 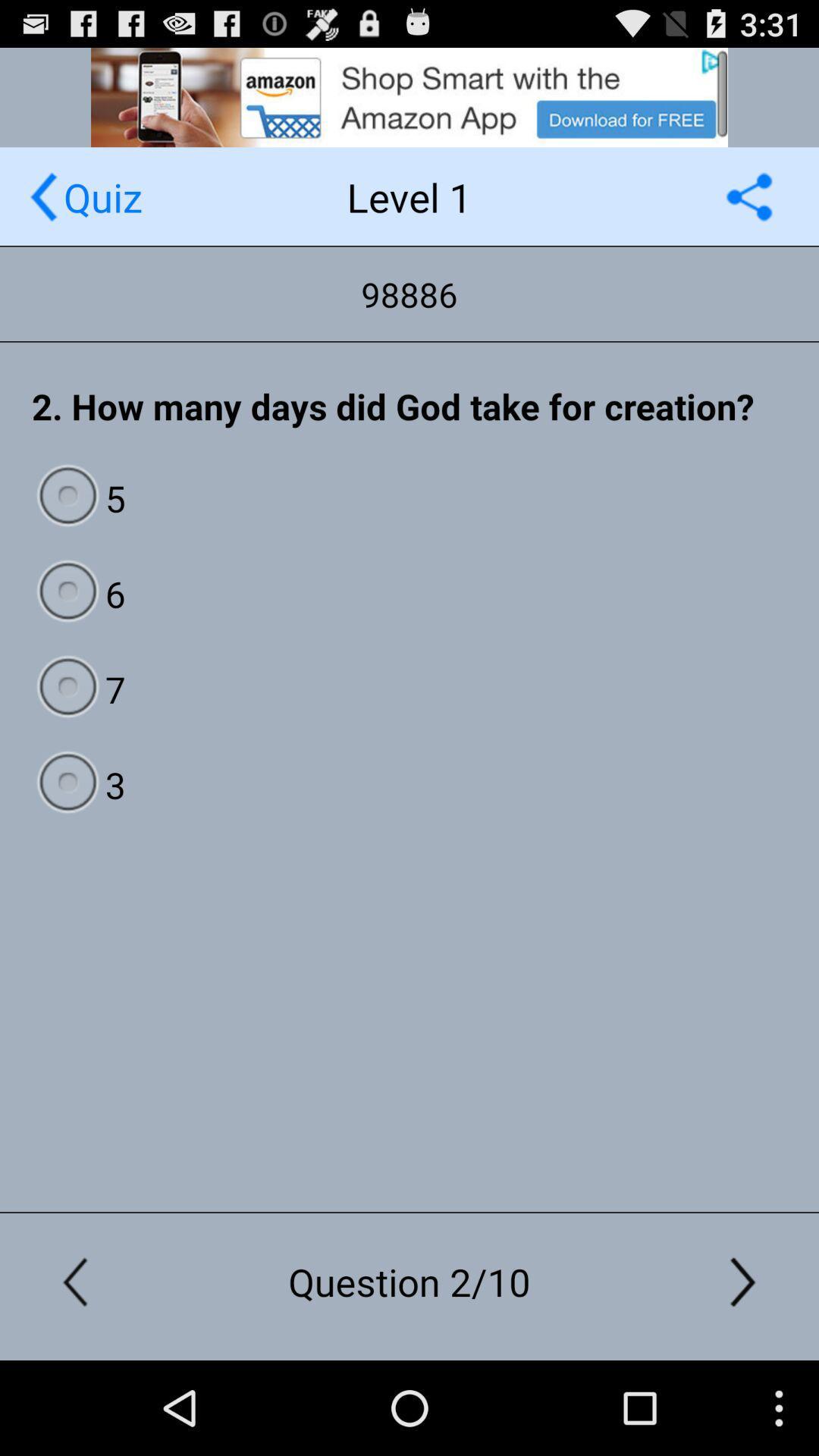 I want to click on shows the share option, so click(x=748, y=196).